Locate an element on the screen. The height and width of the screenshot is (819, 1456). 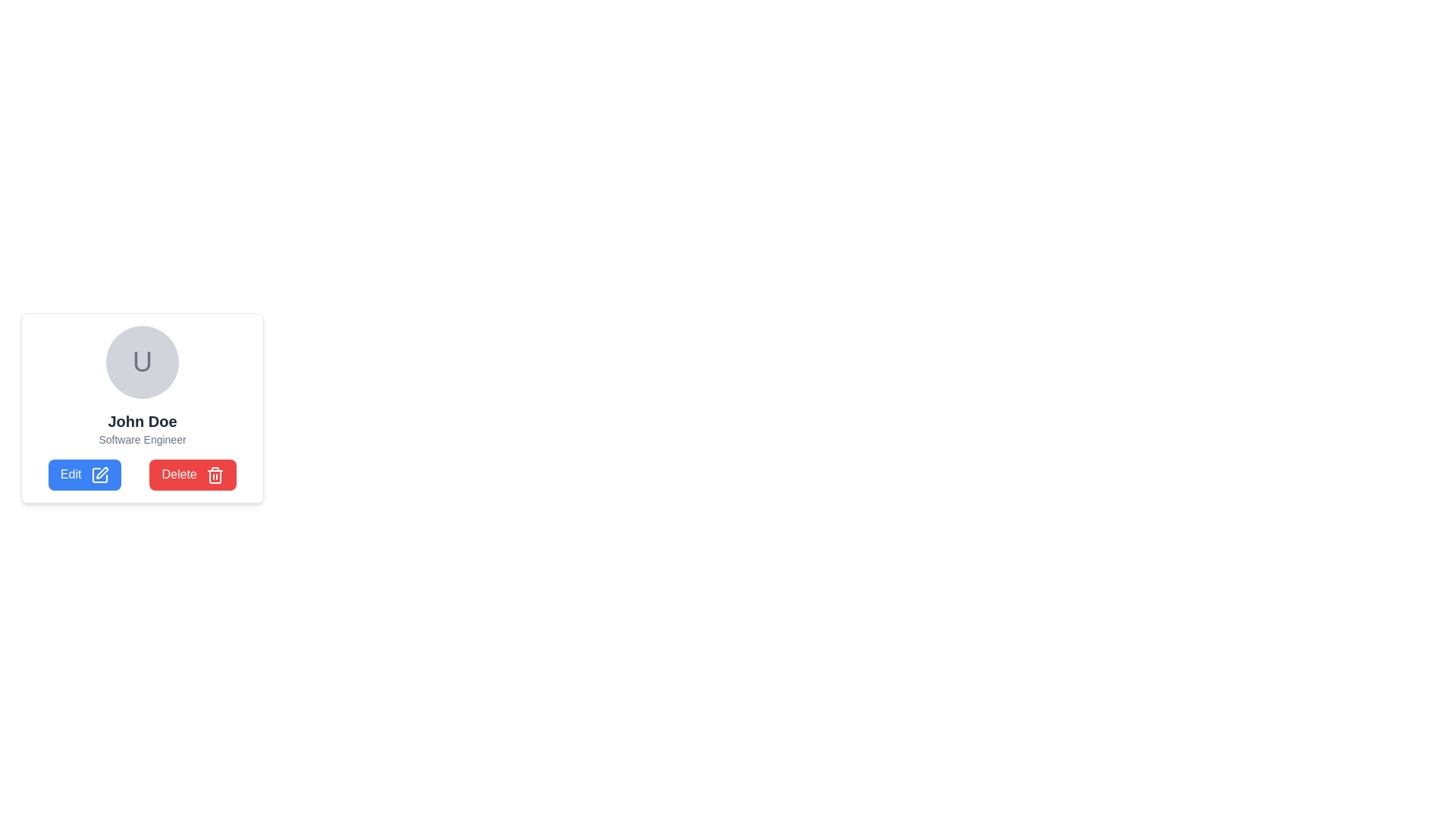
the delete button in the horizontal option group located at the bottom of the card-like UI component beneath 'John Doe' and 'Software Engineer' is located at coordinates (142, 473).